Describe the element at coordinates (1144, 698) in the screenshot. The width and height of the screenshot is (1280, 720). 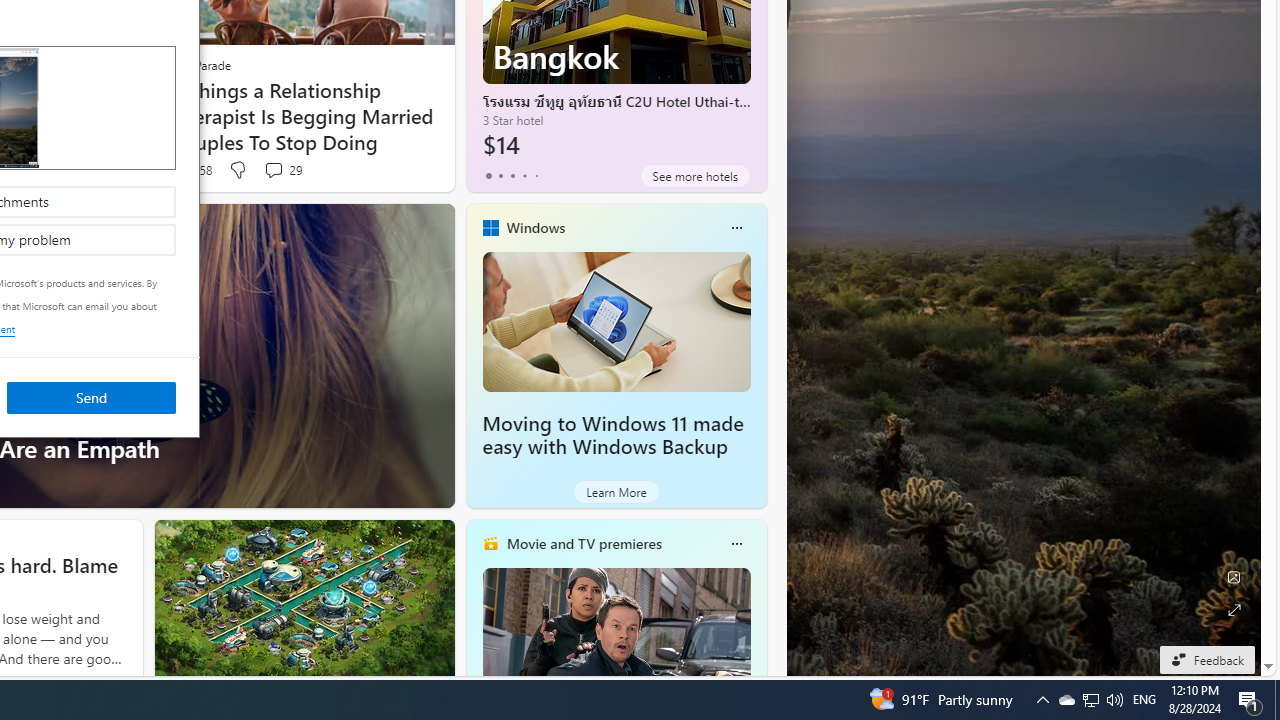
I see `'Tray Input Indicator - English (United States)'` at that location.